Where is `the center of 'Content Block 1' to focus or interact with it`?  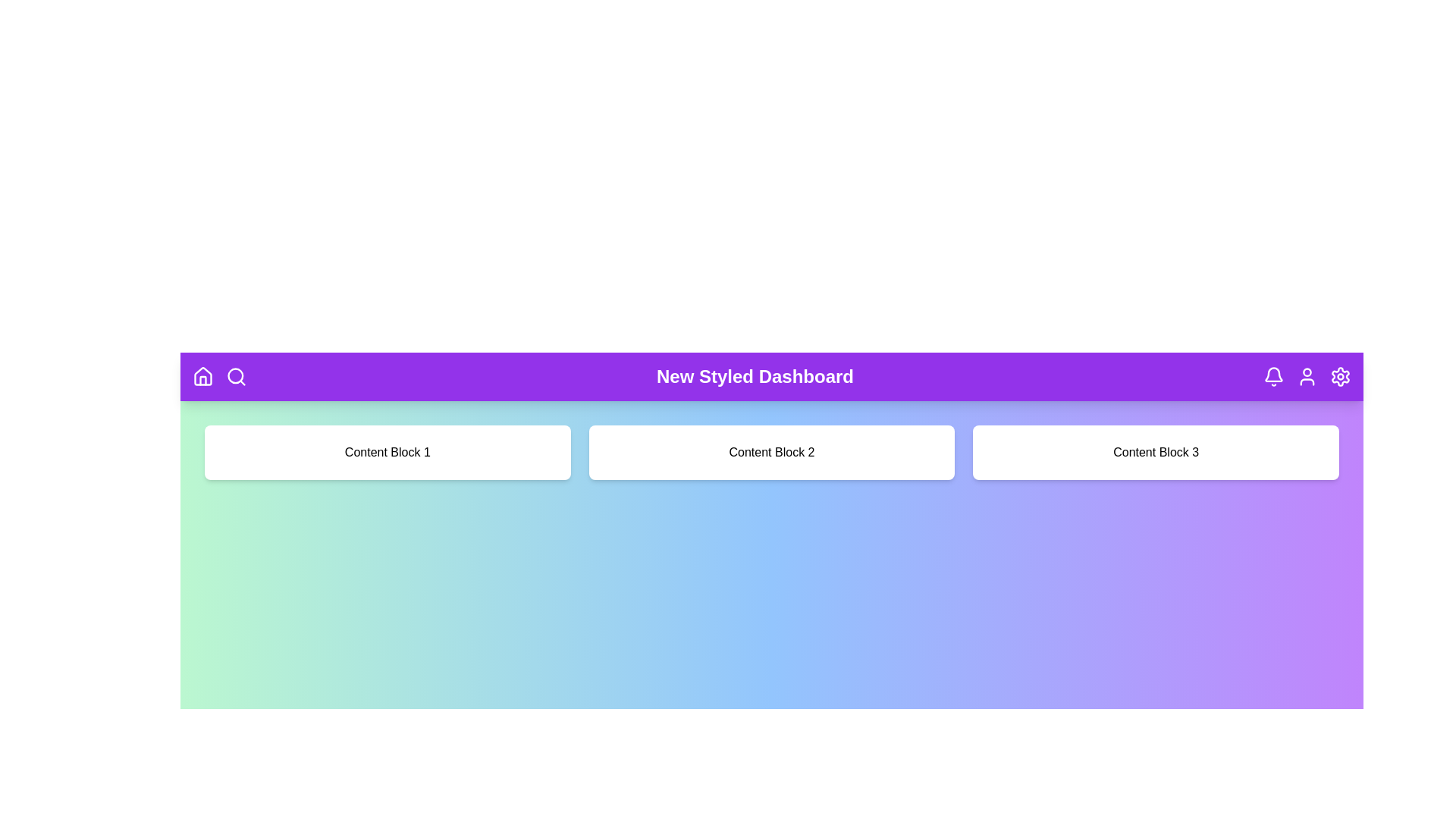 the center of 'Content Block 1' to focus or interact with it is located at coordinates (388, 452).